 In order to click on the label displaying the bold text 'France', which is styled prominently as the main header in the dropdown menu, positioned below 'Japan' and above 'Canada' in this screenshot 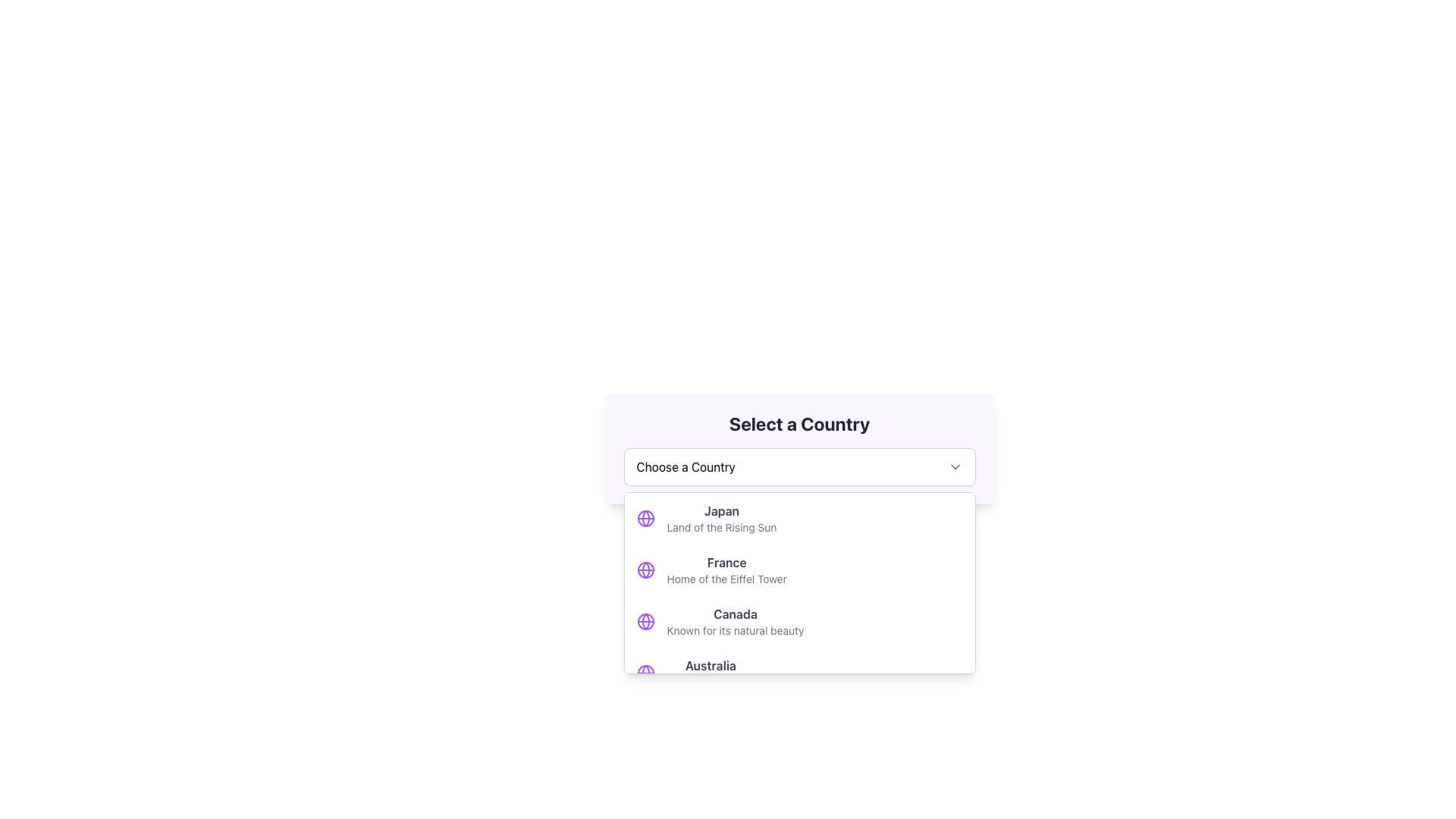, I will do `click(726, 562)`.